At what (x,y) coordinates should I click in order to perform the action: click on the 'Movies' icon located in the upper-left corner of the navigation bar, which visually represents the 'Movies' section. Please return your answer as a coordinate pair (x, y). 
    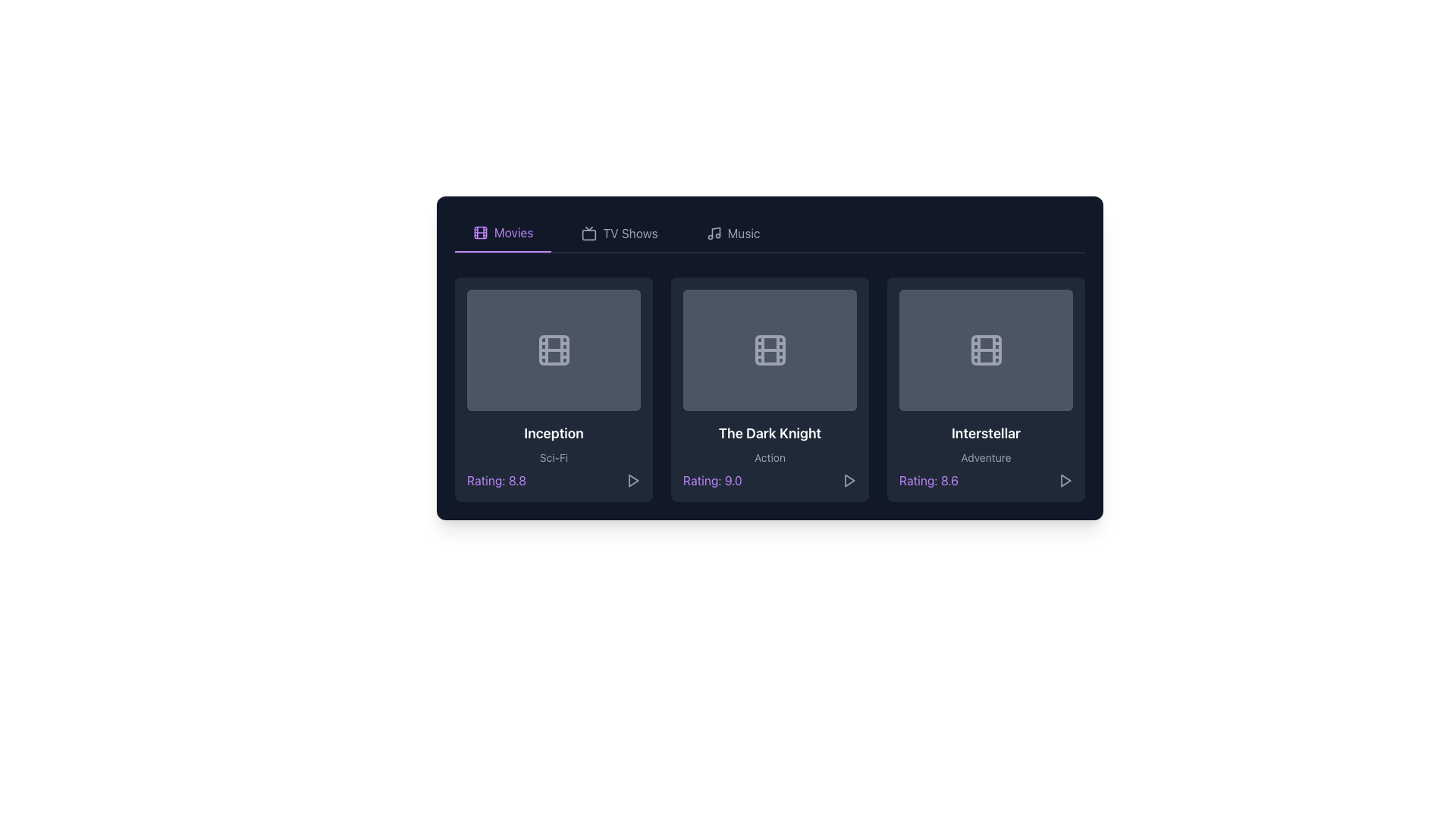
    Looking at the image, I should click on (479, 233).